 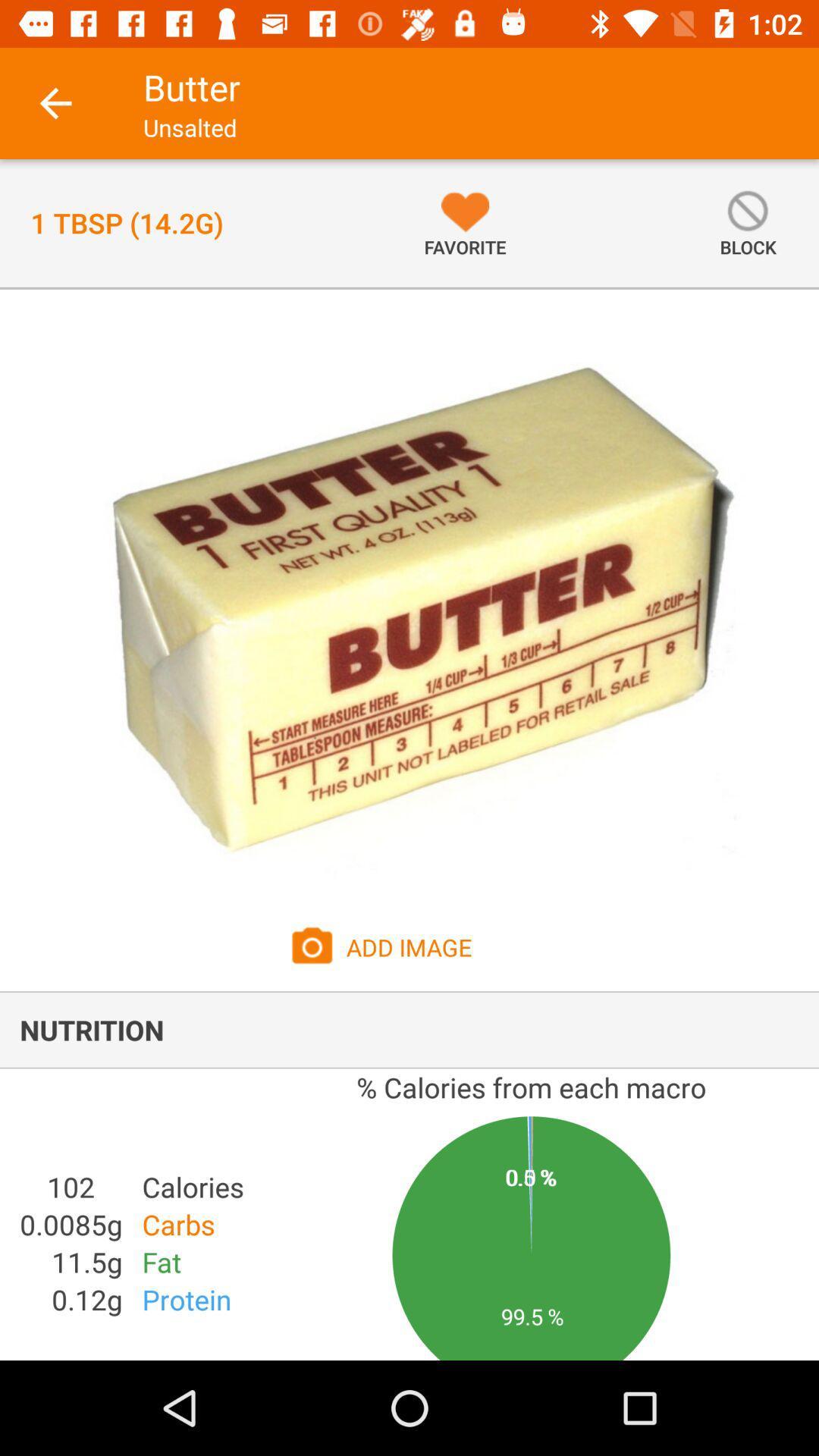 I want to click on the item to the left of the favorite item, so click(x=126, y=222).